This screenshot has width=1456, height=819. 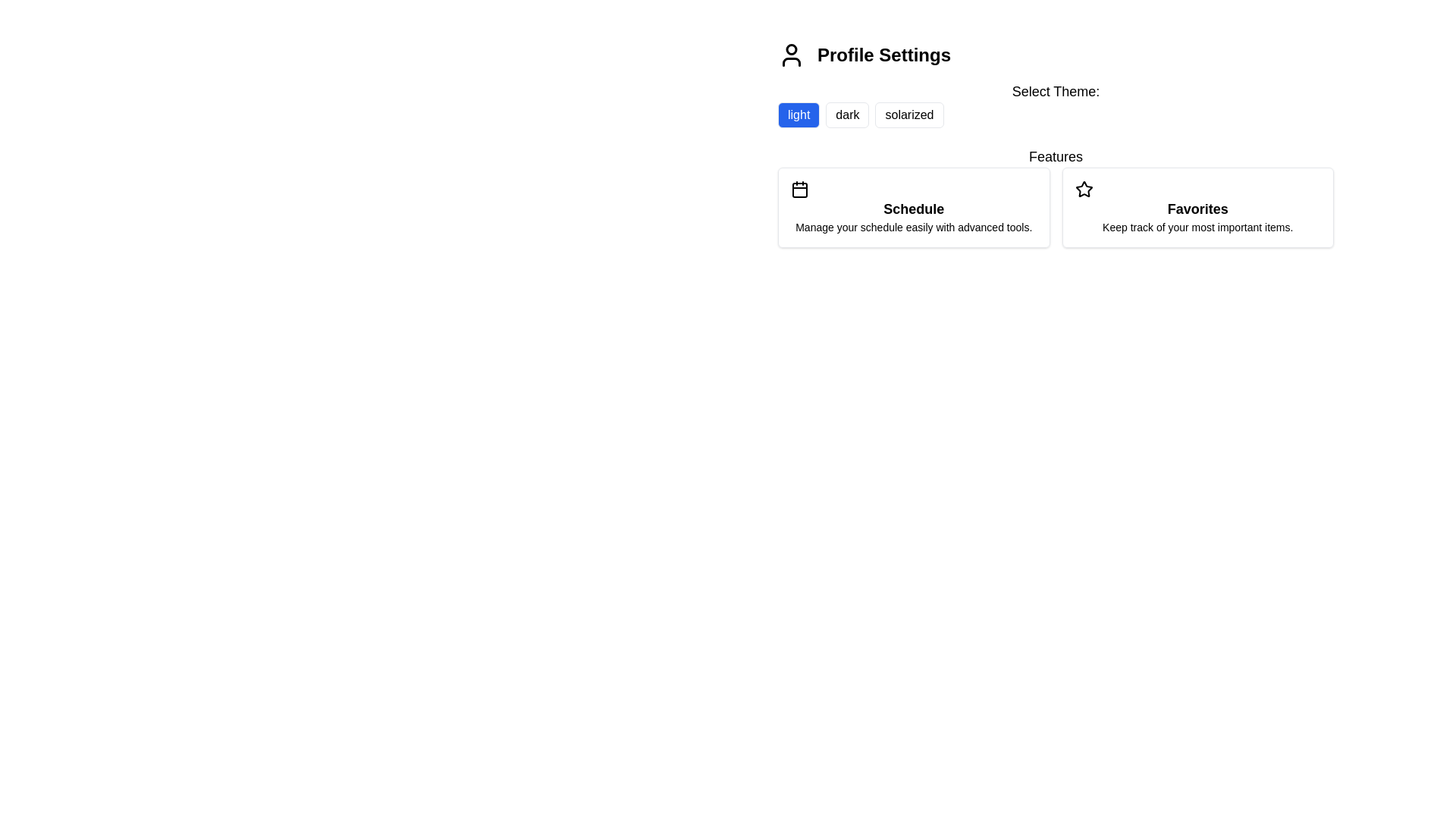 What do you see at coordinates (1055, 91) in the screenshot?
I see `the static label that provides instructions for theme selection, positioned at the top of the page and centered horizontally` at bounding box center [1055, 91].